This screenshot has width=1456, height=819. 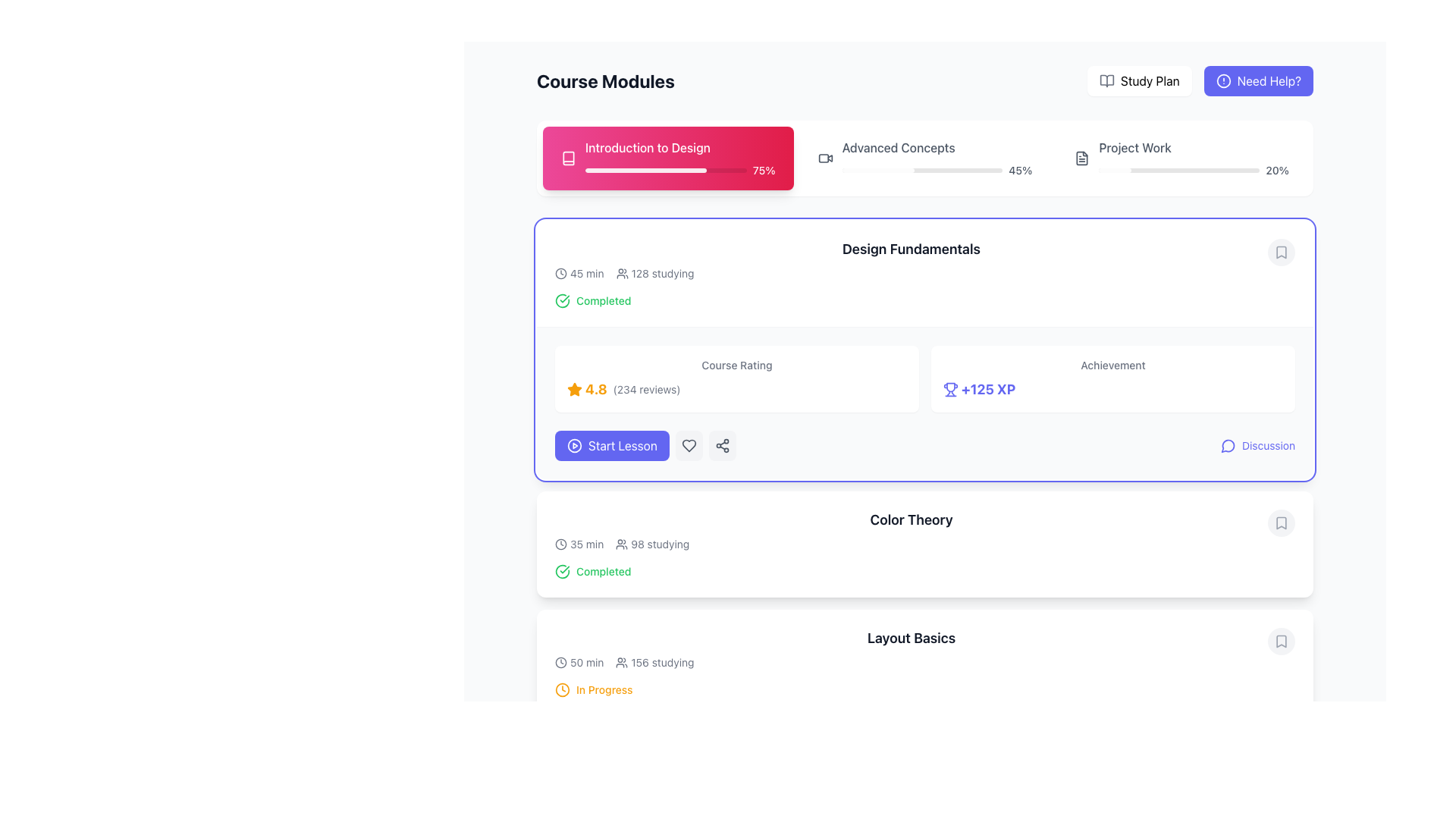 I want to click on the 'Need Help?' text element, which is located in the top-right button of the application, adjacent to the 'Study Plan' button, so click(x=1269, y=81).